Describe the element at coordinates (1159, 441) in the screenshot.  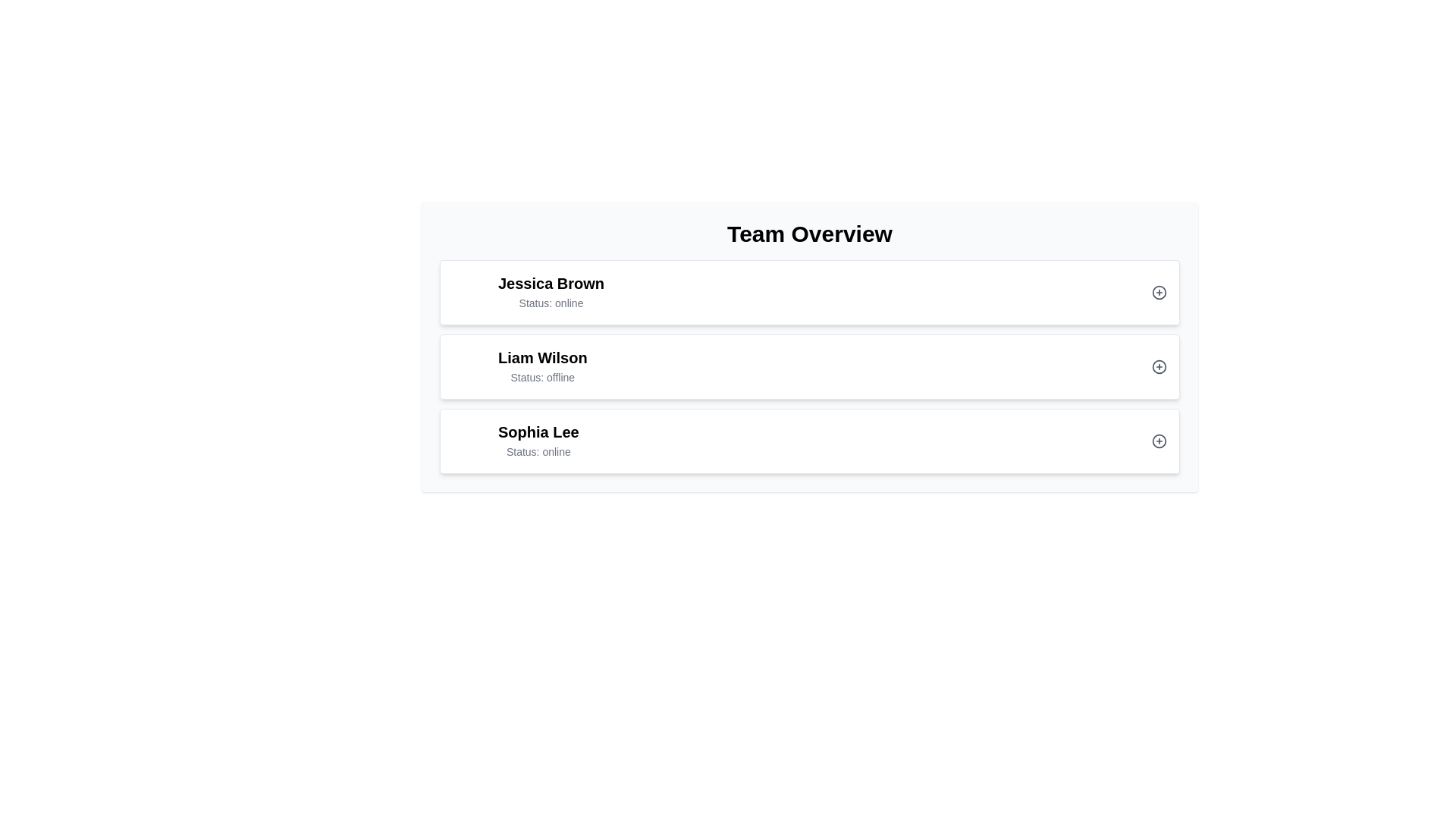
I see `the SVG Circle outline element located within the icon on the far right of the third row labeled 'Sophia Lee' with status 'online'` at that location.